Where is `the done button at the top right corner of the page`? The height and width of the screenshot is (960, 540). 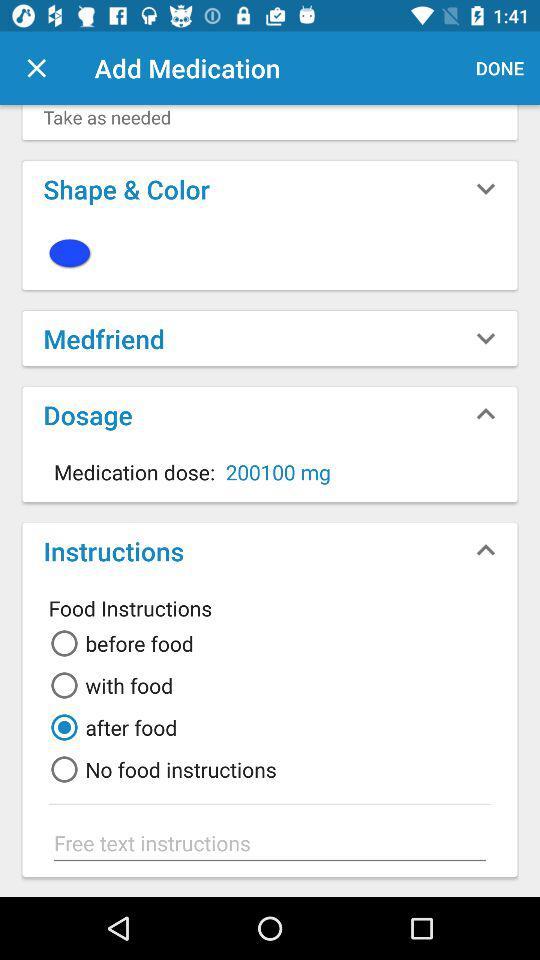
the done button at the top right corner of the page is located at coordinates (498, 68).